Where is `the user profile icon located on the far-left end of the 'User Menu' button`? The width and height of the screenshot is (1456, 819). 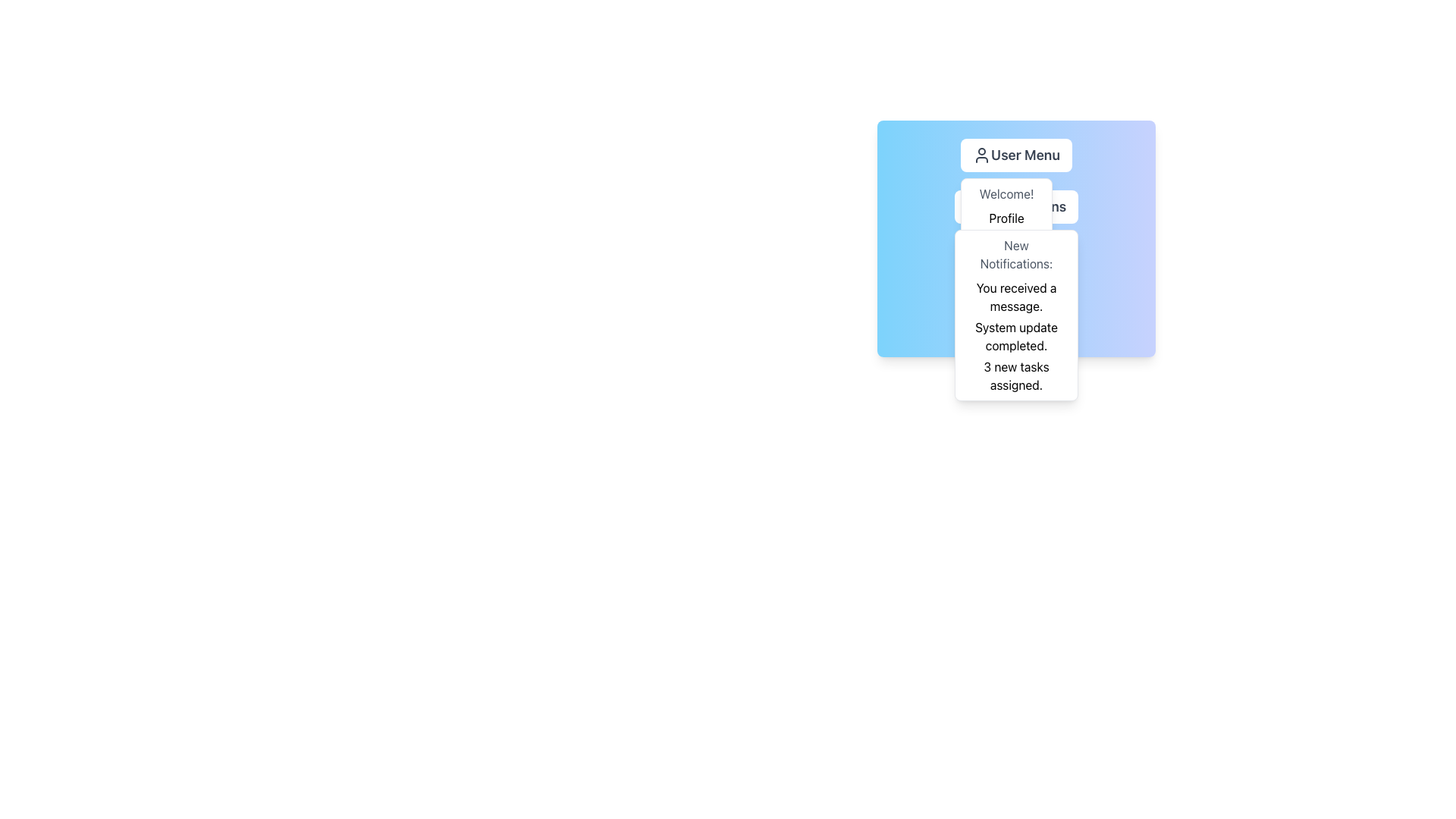 the user profile icon located on the far-left end of the 'User Menu' button is located at coordinates (982, 155).